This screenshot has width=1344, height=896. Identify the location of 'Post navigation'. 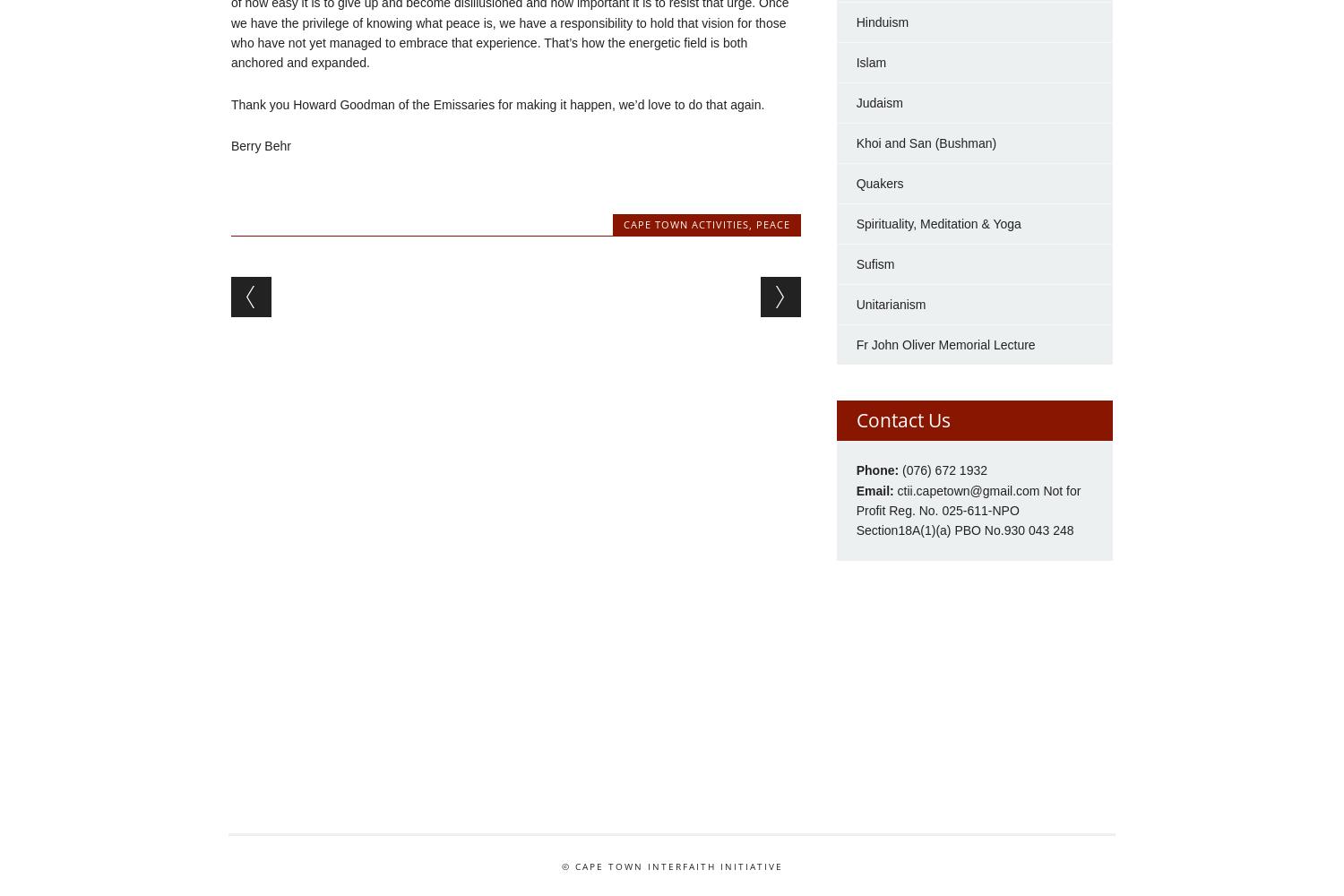
(231, 289).